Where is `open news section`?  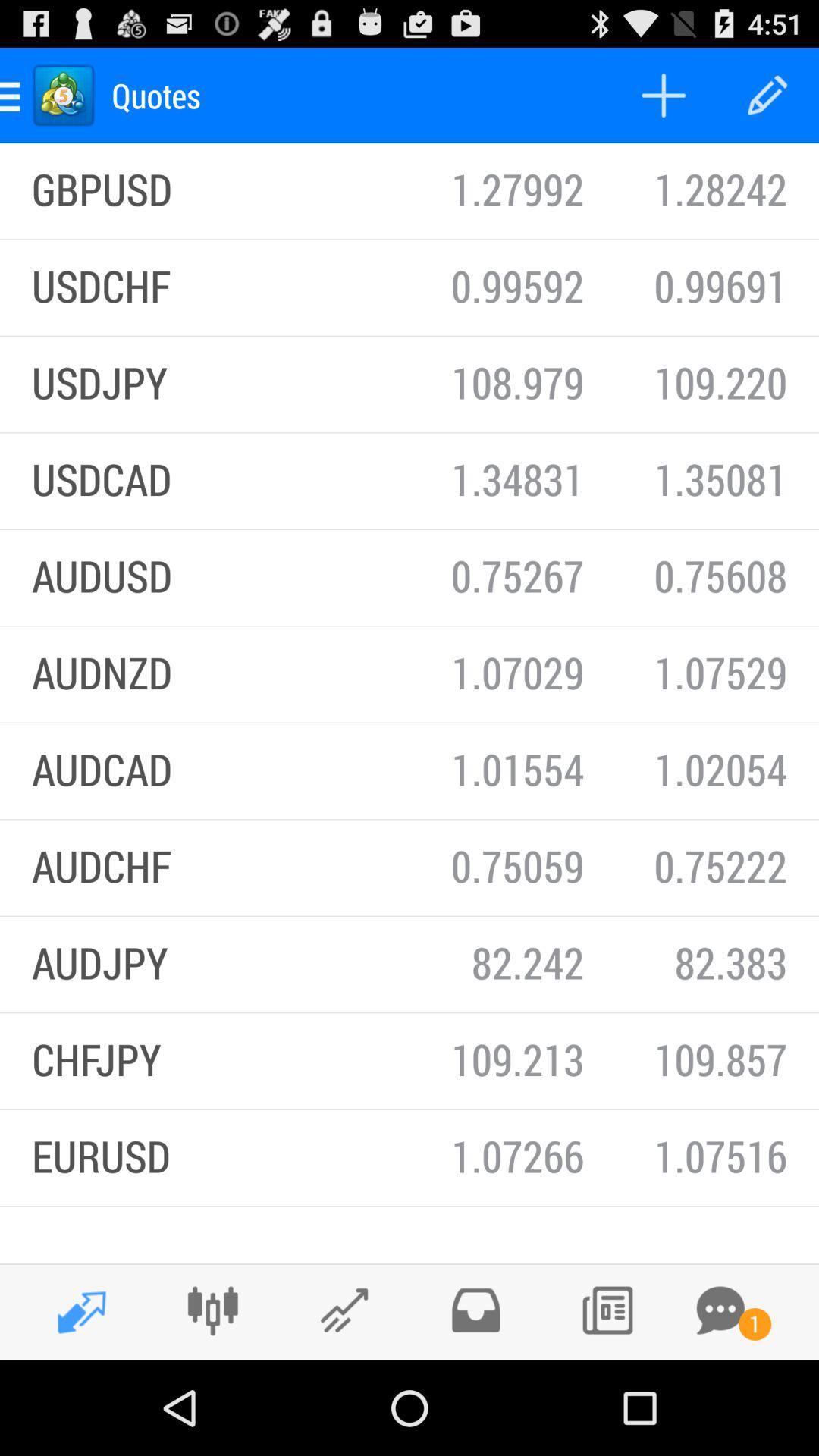
open news section is located at coordinates (606, 1310).